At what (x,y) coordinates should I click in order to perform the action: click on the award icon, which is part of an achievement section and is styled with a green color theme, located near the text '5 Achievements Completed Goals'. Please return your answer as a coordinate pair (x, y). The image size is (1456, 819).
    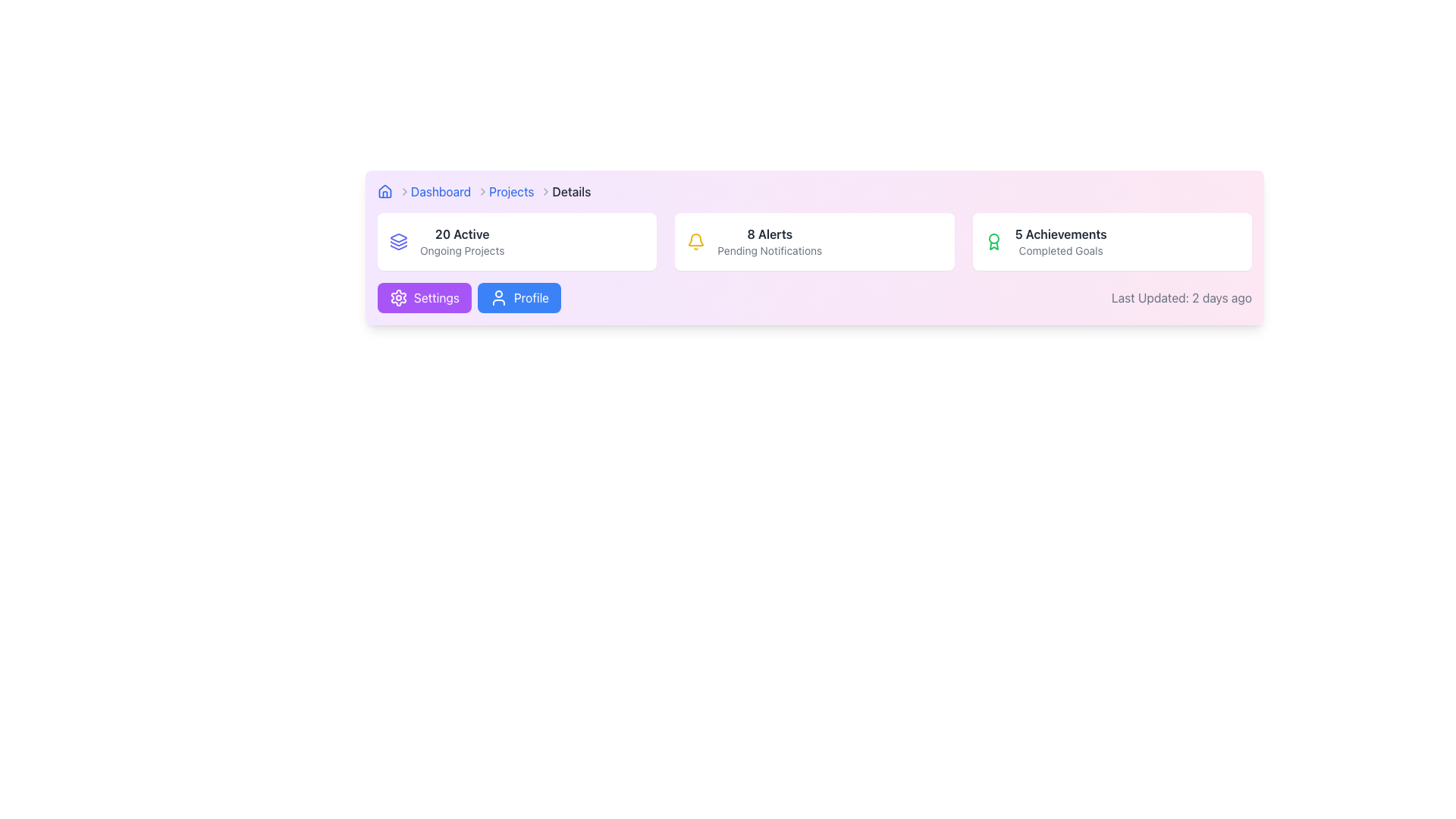
    Looking at the image, I should click on (993, 245).